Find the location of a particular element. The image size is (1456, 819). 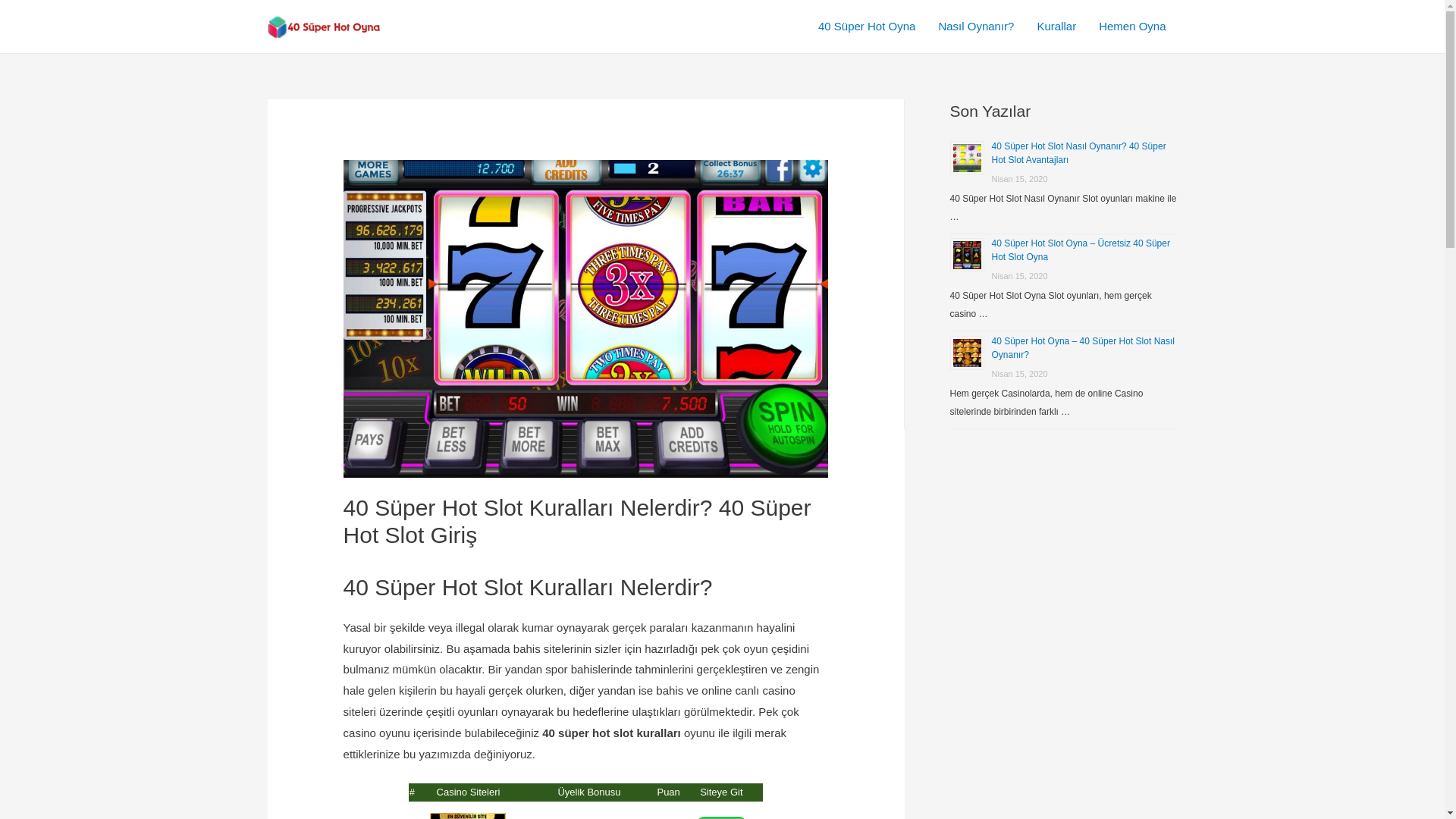

'Kurallar' is located at coordinates (1055, 26).